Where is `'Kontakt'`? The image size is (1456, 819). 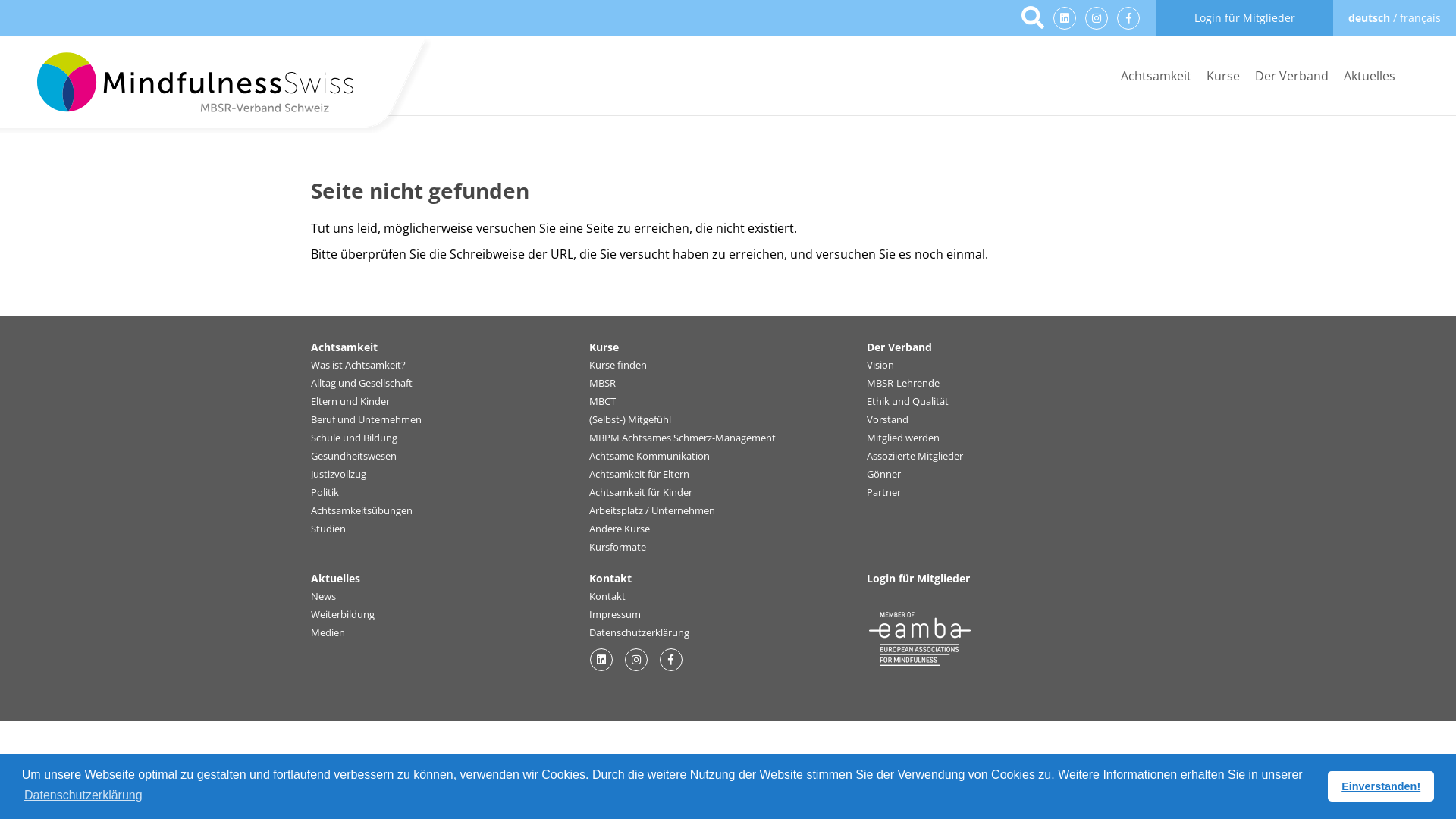
'Kontakt' is located at coordinates (610, 578).